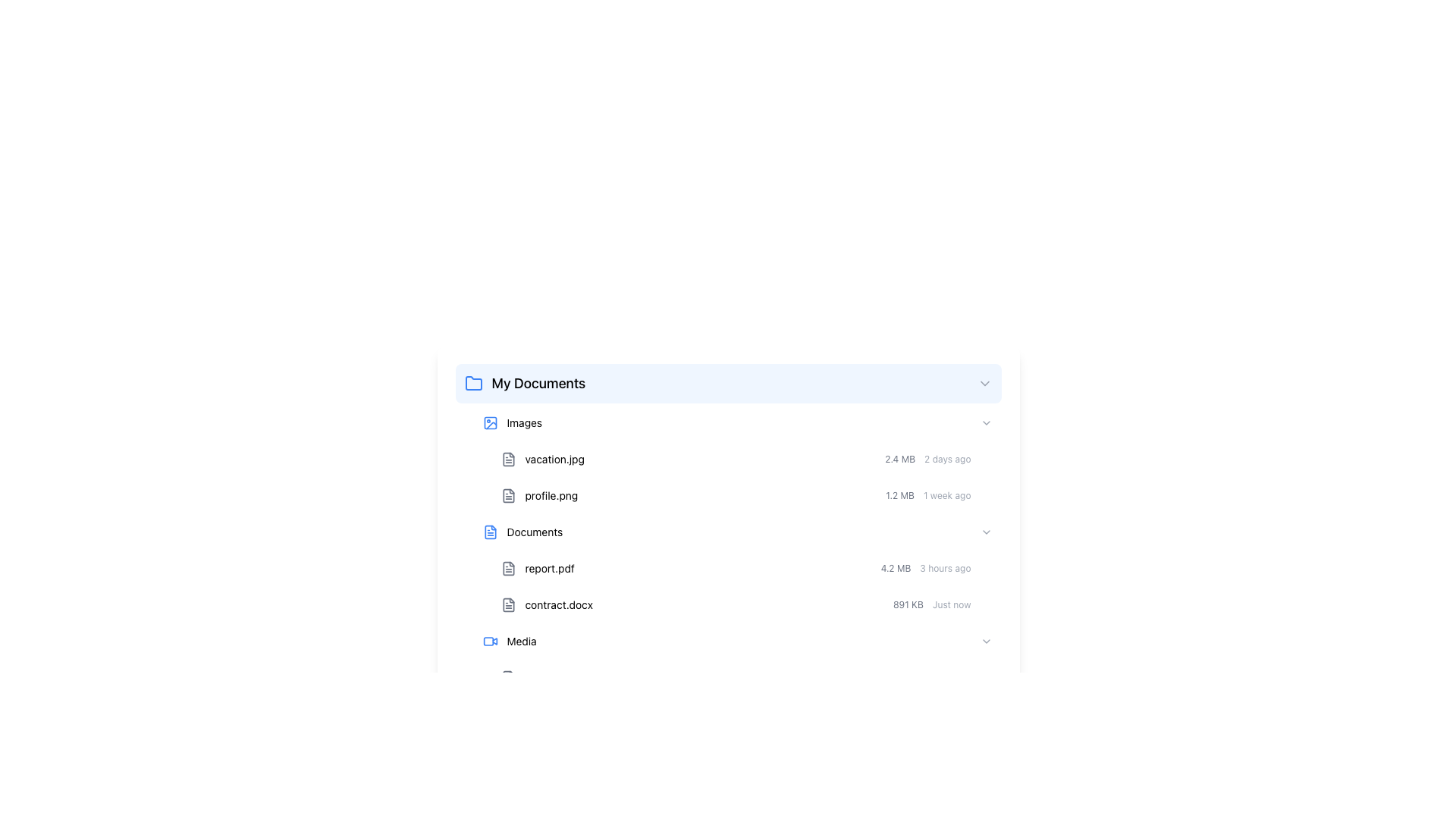 The width and height of the screenshot is (1456, 819). What do you see at coordinates (508, 568) in the screenshot?
I see `the document file icon representing 'report.pdf' in the 'Documents' section of the file explorer interface` at bounding box center [508, 568].